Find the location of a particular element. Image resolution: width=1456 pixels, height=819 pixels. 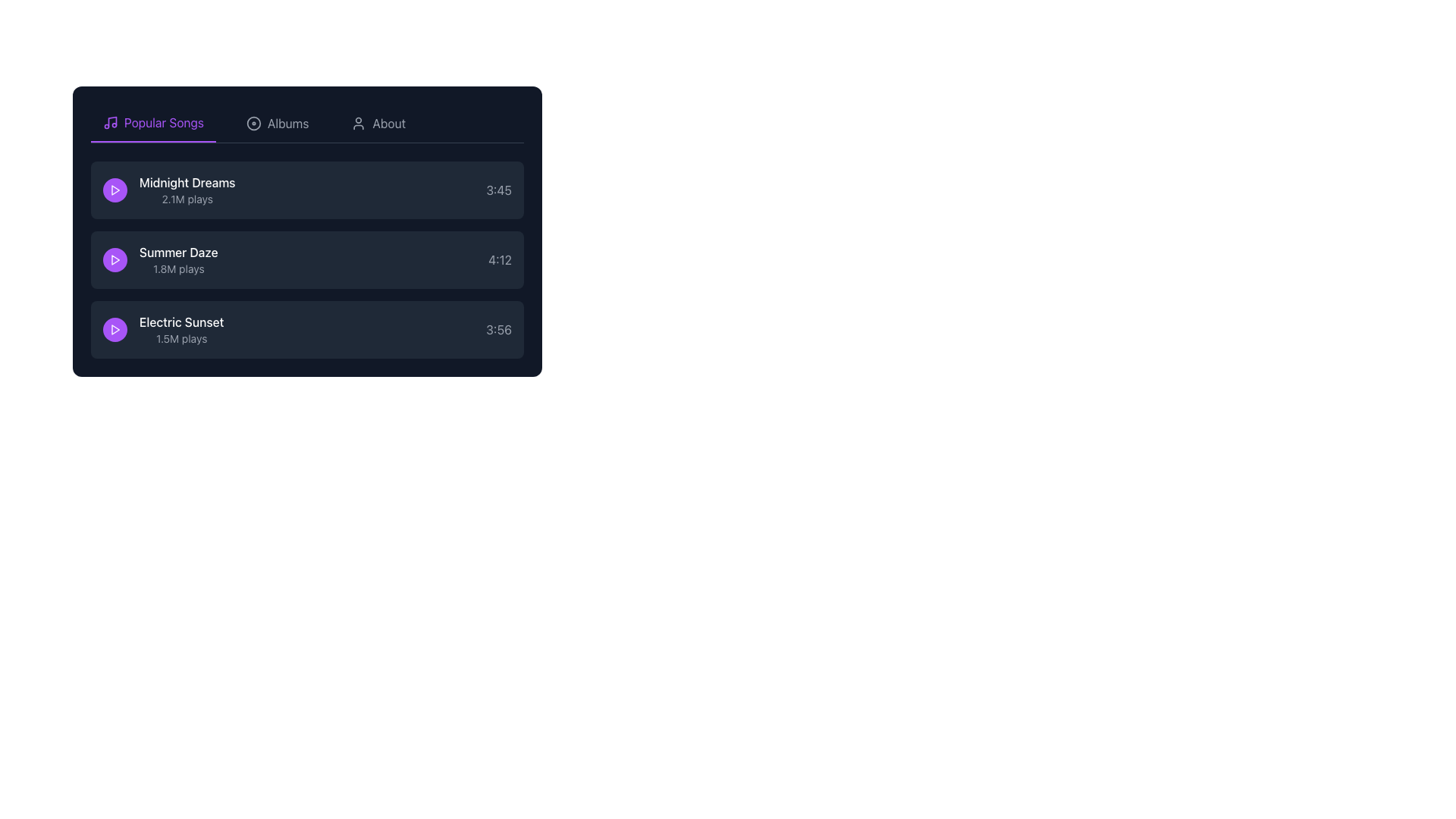

text displayed on the duration label located in the lower-right corner of the second song entry in the vertically stacked list of songs is located at coordinates (500, 259).